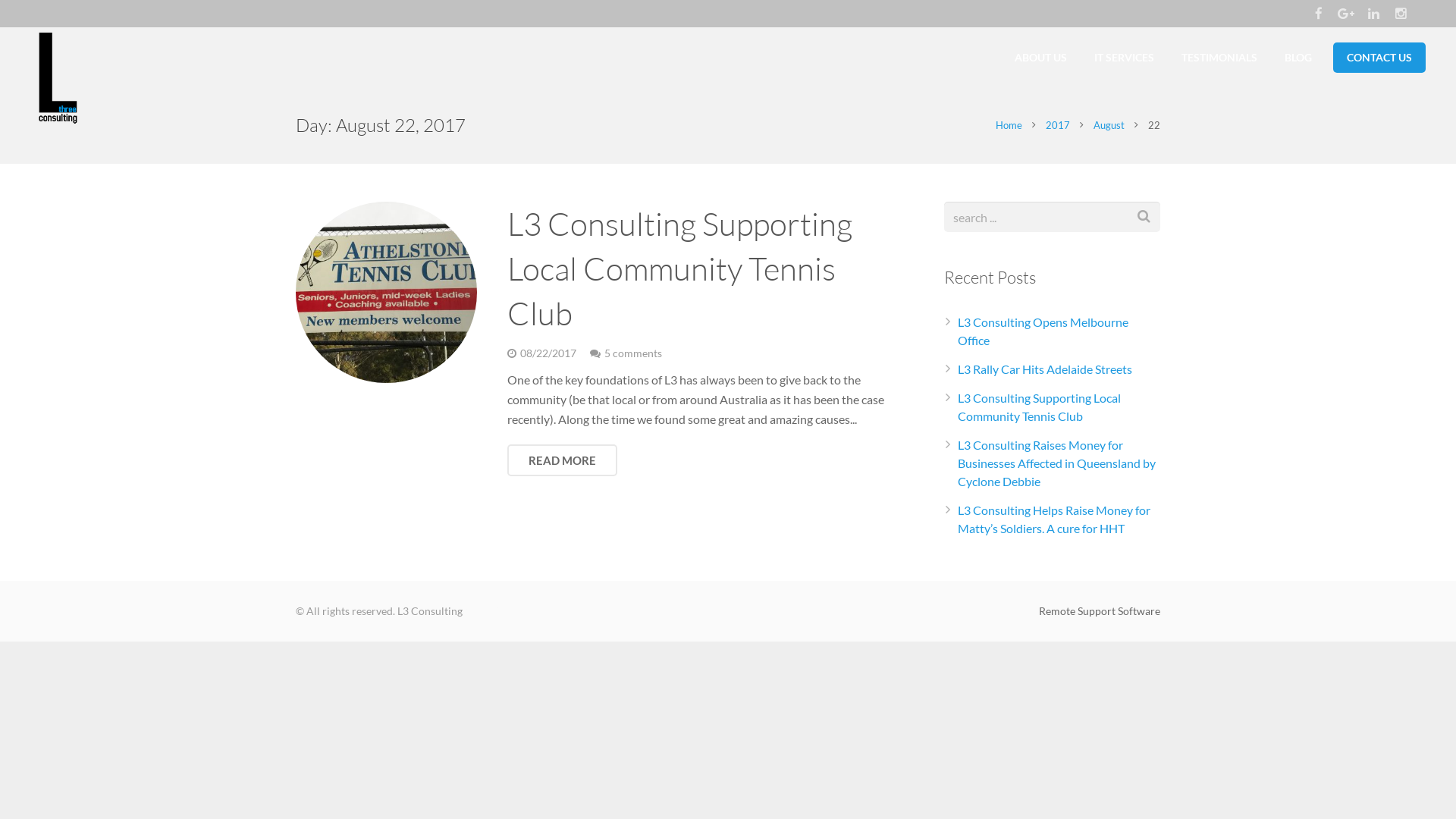  Describe the element at coordinates (996, 124) in the screenshot. I see `'Home'` at that location.